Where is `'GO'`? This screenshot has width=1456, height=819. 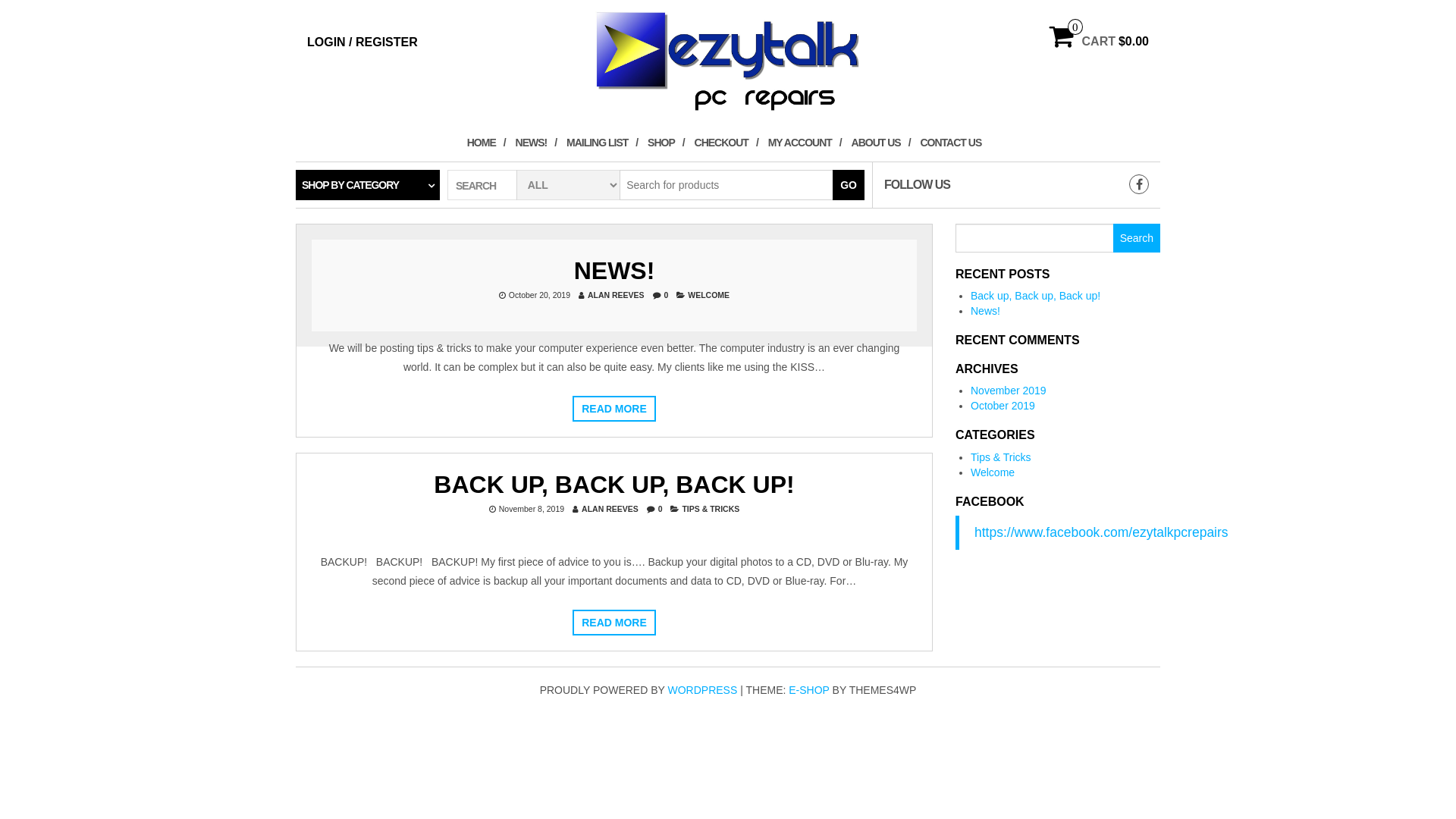
'GO' is located at coordinates (847, 184).